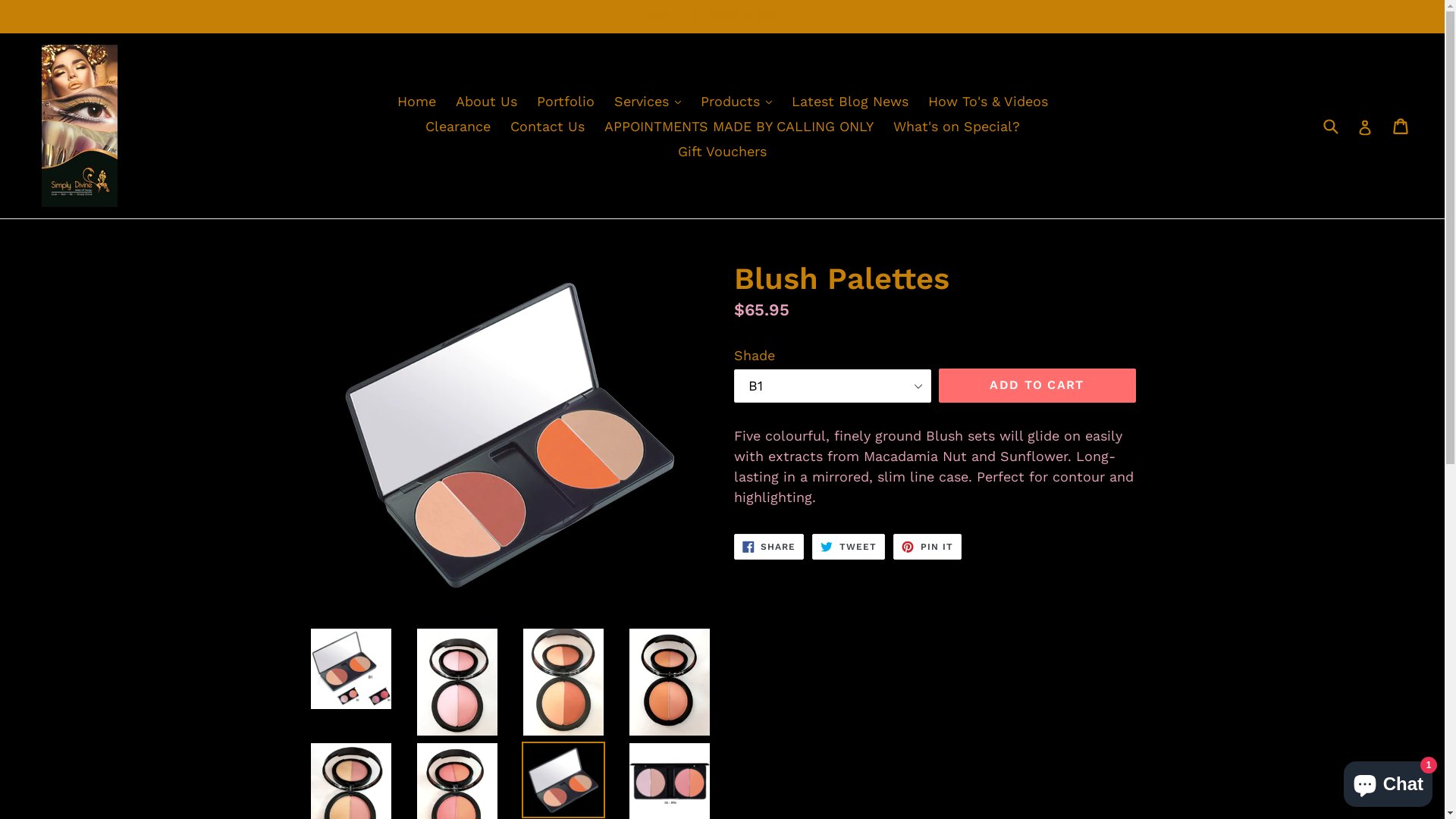  What do you see at coordinates (1365, 124) in the screenshot?
I see `'Log in'` at bounding box center [1365, 124].